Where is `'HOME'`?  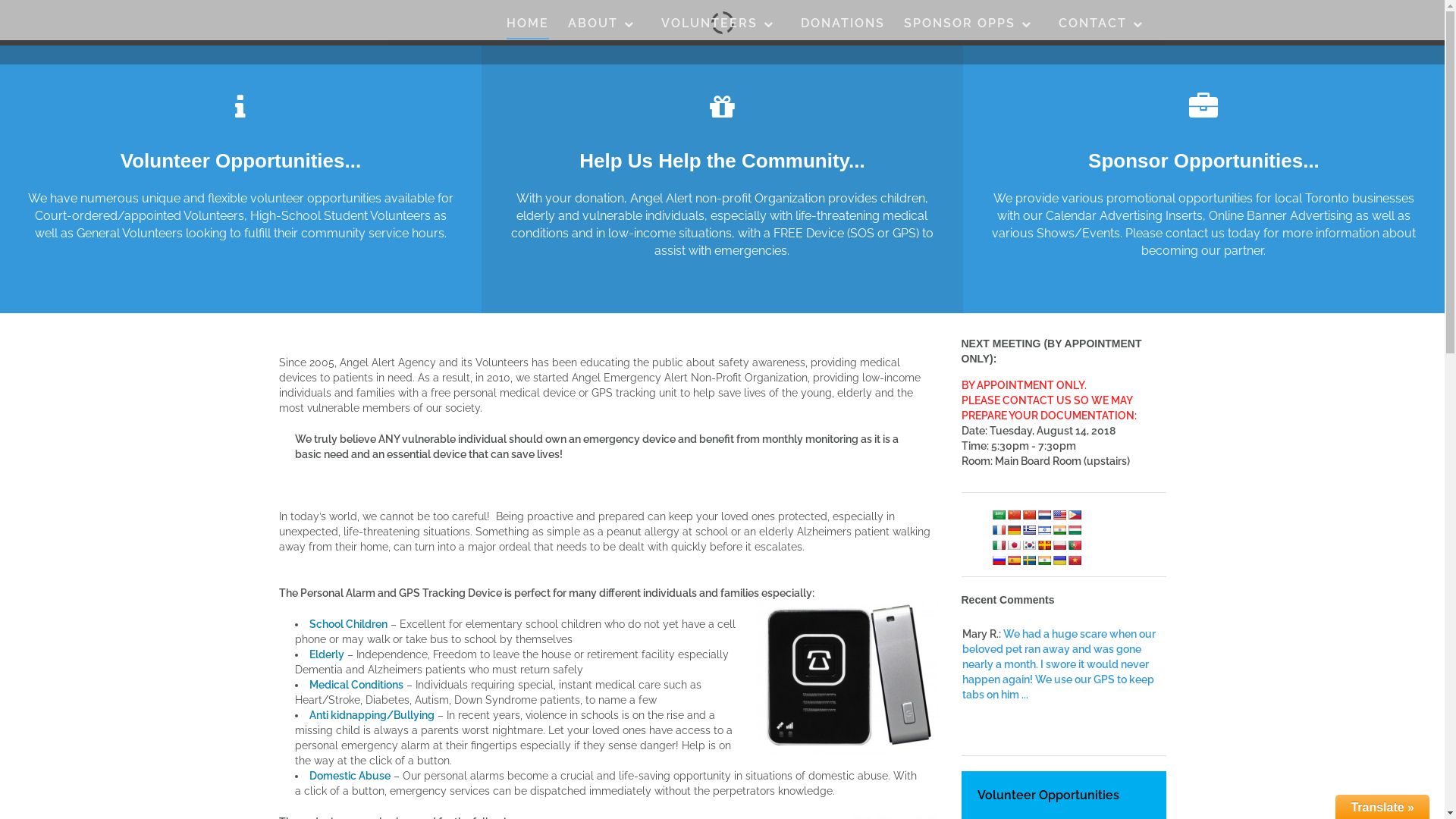 'HOME' is located at coordinates (528, 27).